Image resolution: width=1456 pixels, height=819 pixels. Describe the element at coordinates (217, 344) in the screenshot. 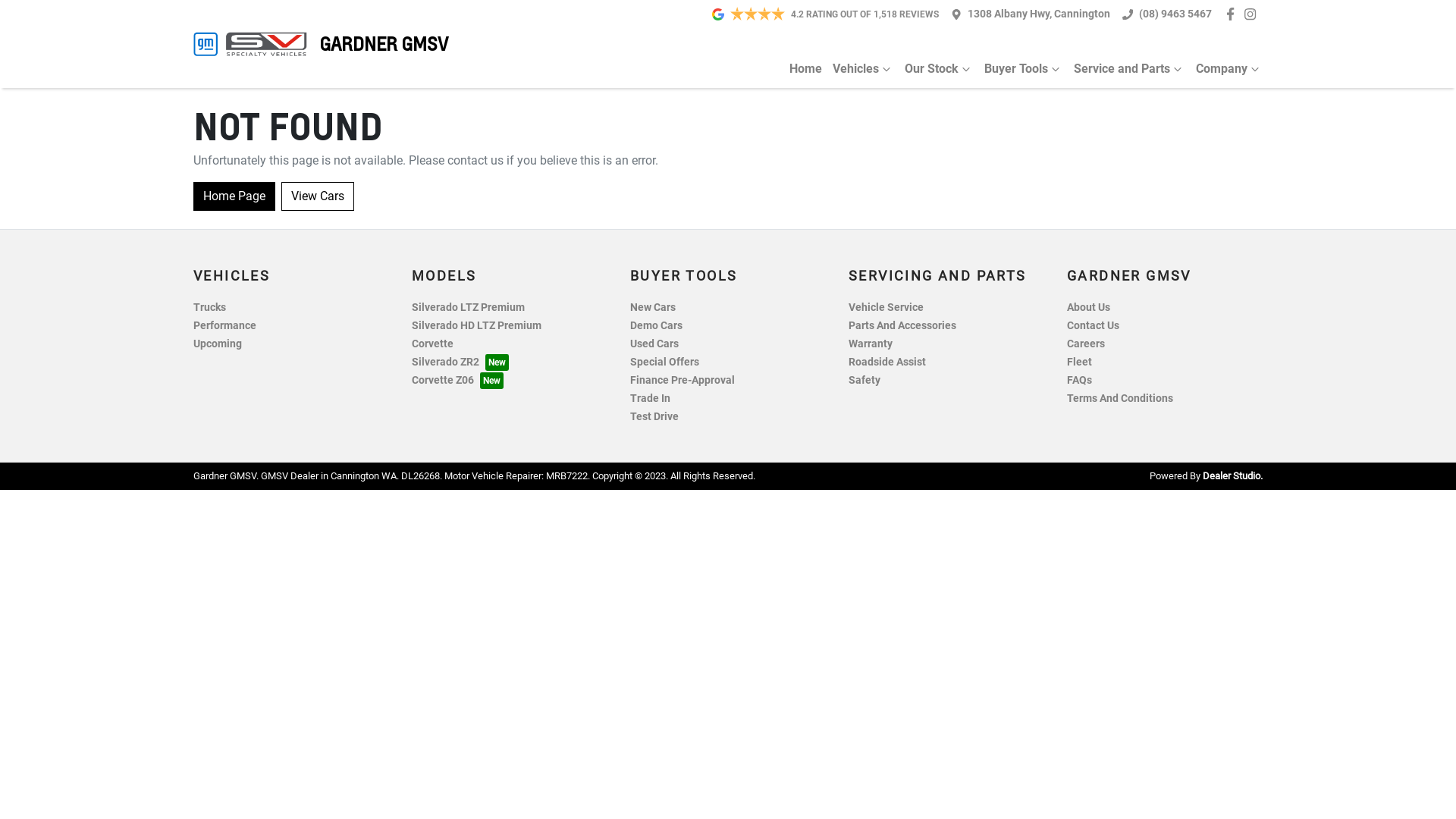

I see `'Upcoming'` at that location.